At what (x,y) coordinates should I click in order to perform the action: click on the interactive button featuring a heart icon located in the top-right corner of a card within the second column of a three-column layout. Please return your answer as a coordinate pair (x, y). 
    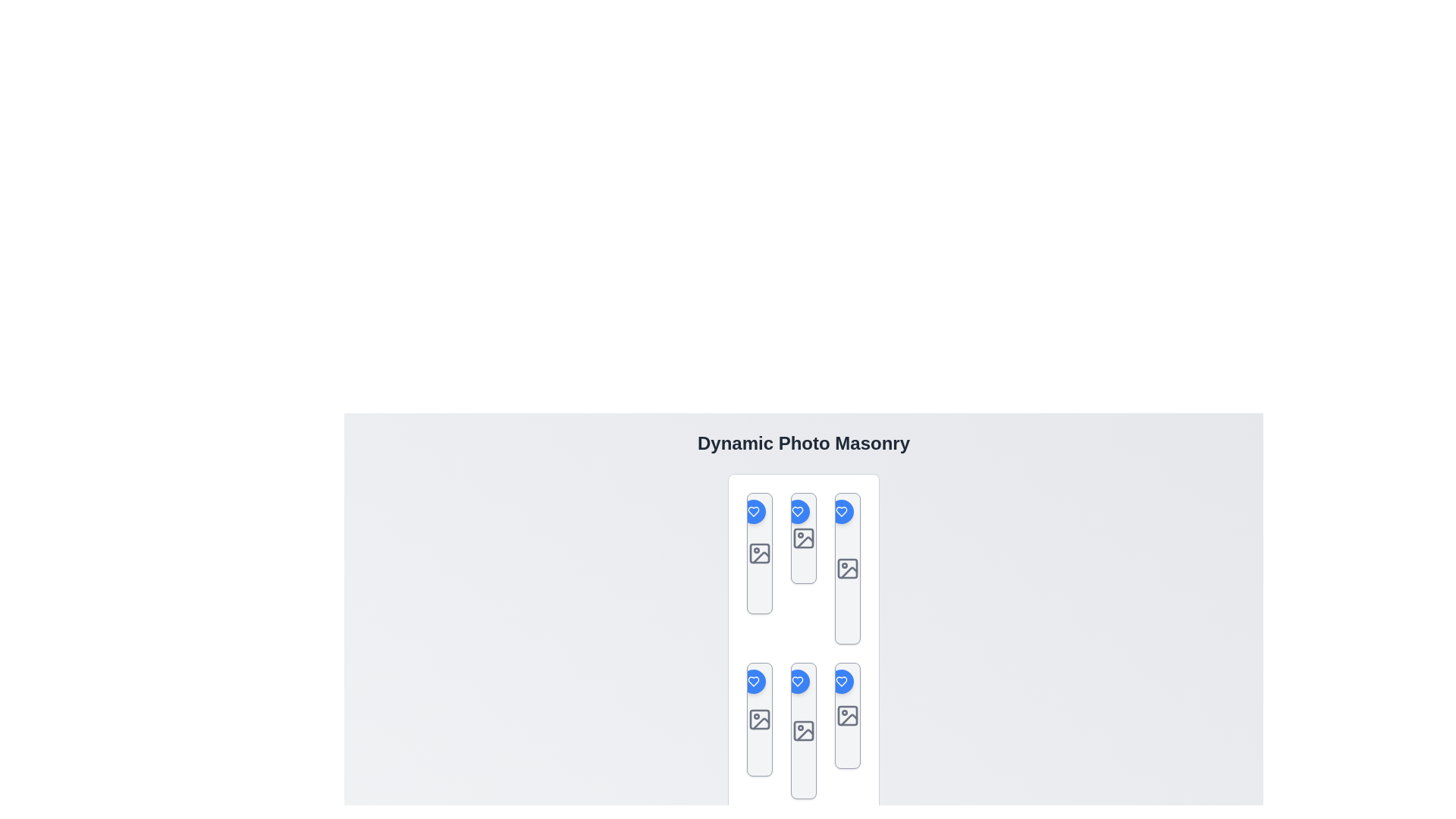
    Looking at the image, I should click on (840, 512).